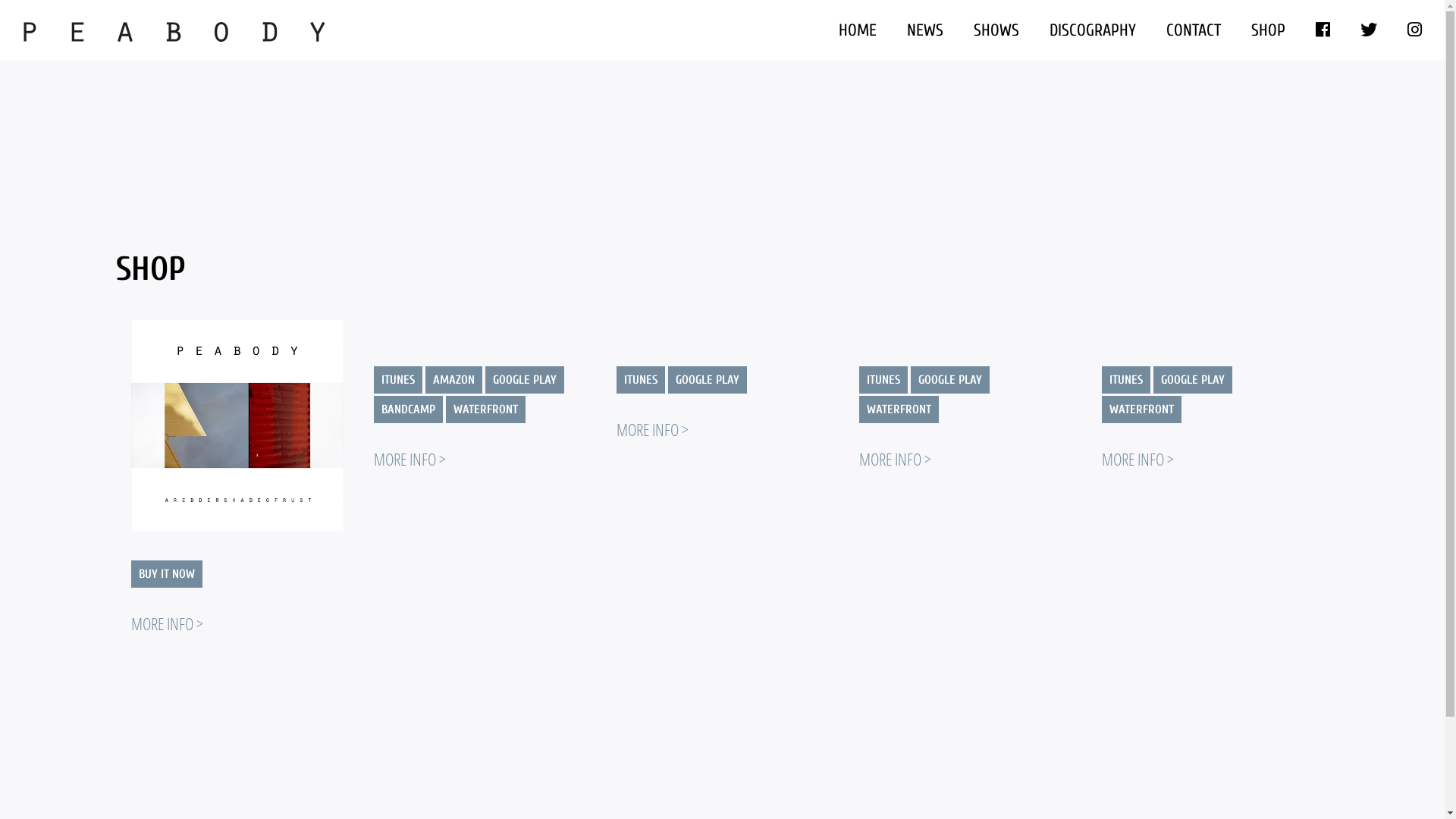 This screenshot has height=819, width=1456. What do you see at coordinates (1193, 30) in the screenshot?
I see `'CONTACT'` at bounding box center [1193, 30].